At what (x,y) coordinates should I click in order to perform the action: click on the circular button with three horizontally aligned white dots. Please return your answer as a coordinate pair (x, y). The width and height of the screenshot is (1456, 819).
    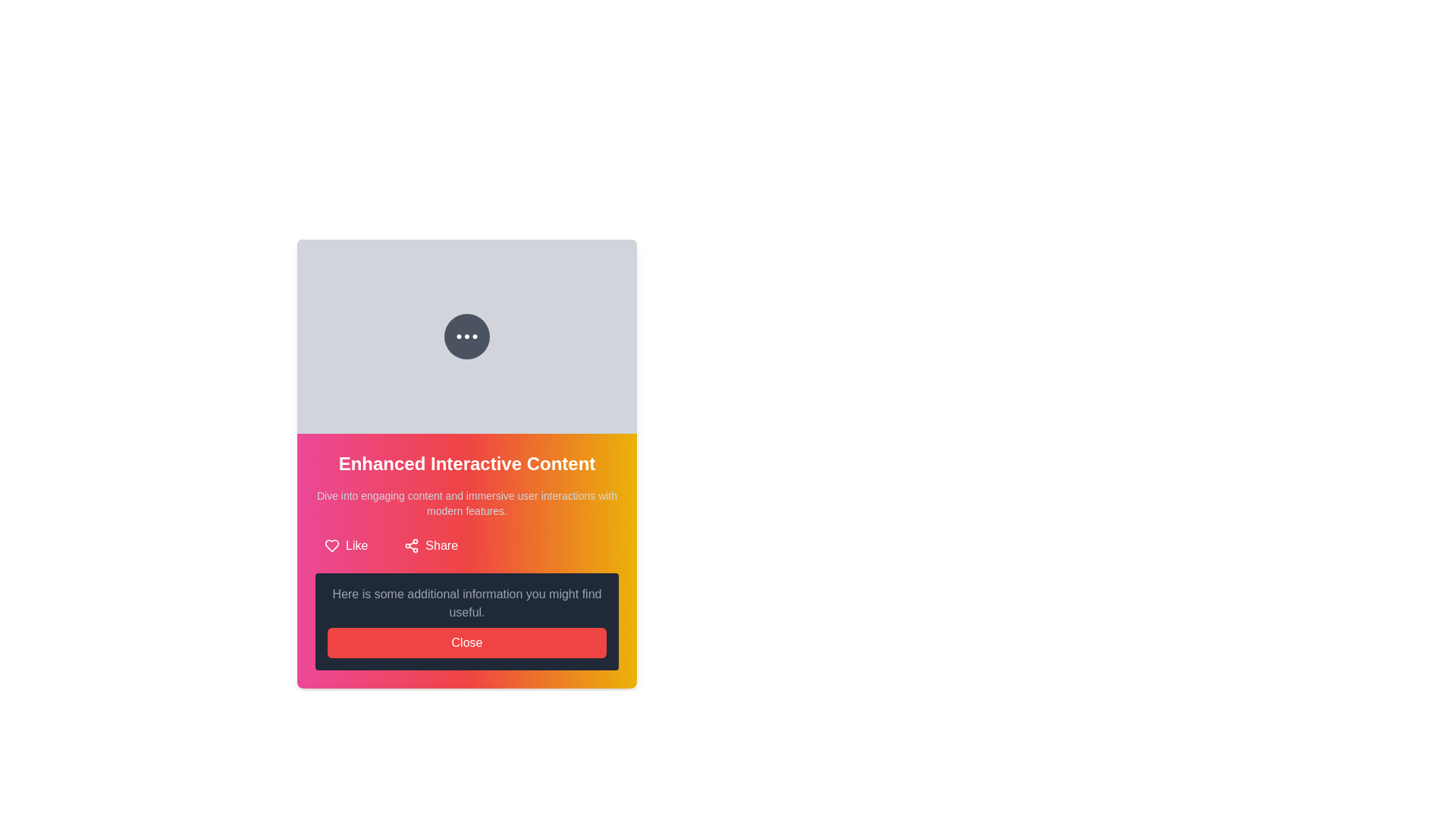
    Looking at the image, I should click on (466, 335).